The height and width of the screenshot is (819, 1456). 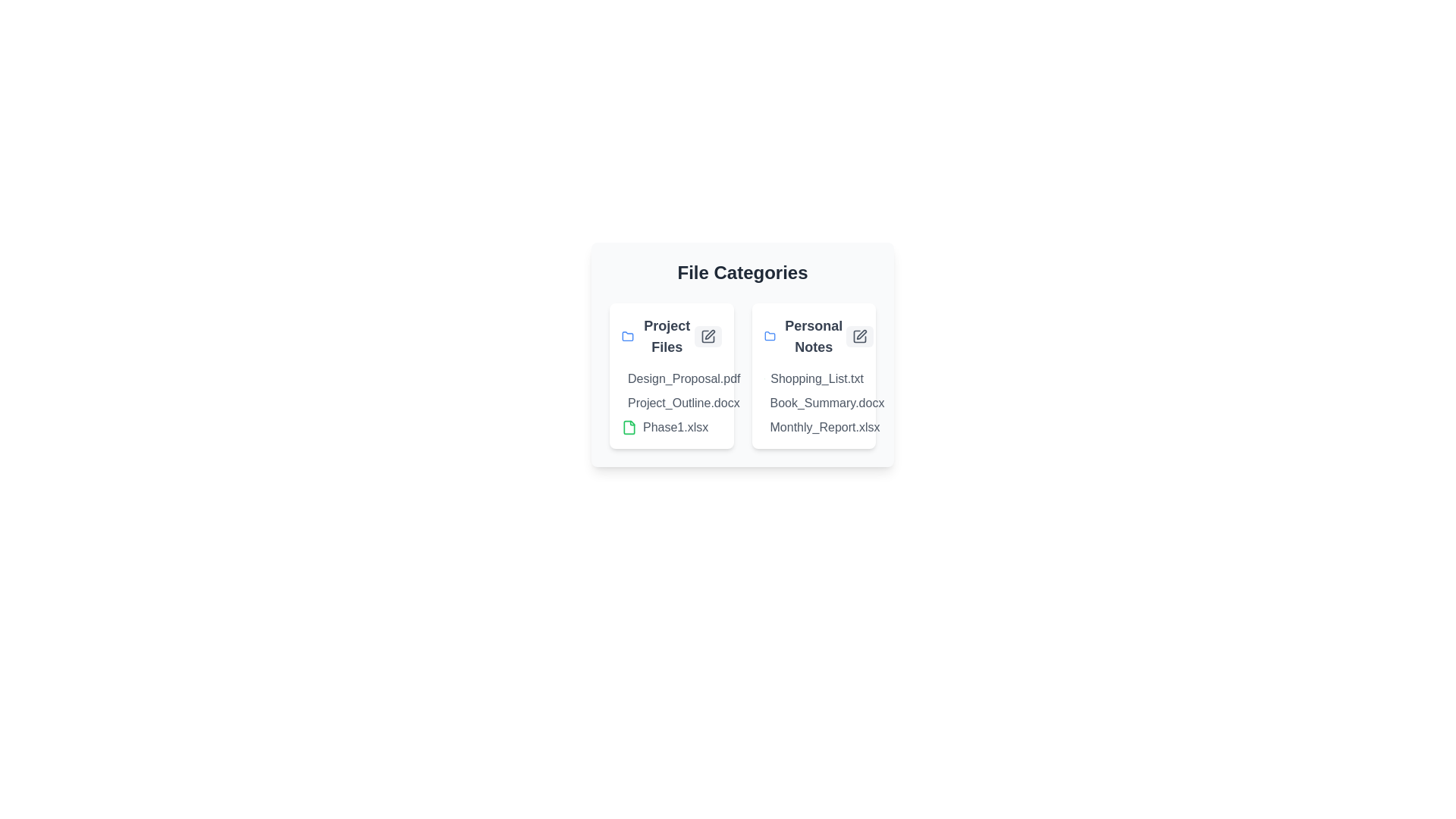 What do you see at coordinates (622, 403) in the screenshot?
I see `the text of the document named Project_Outline.docx in the list` at bounding box center [622, 403].